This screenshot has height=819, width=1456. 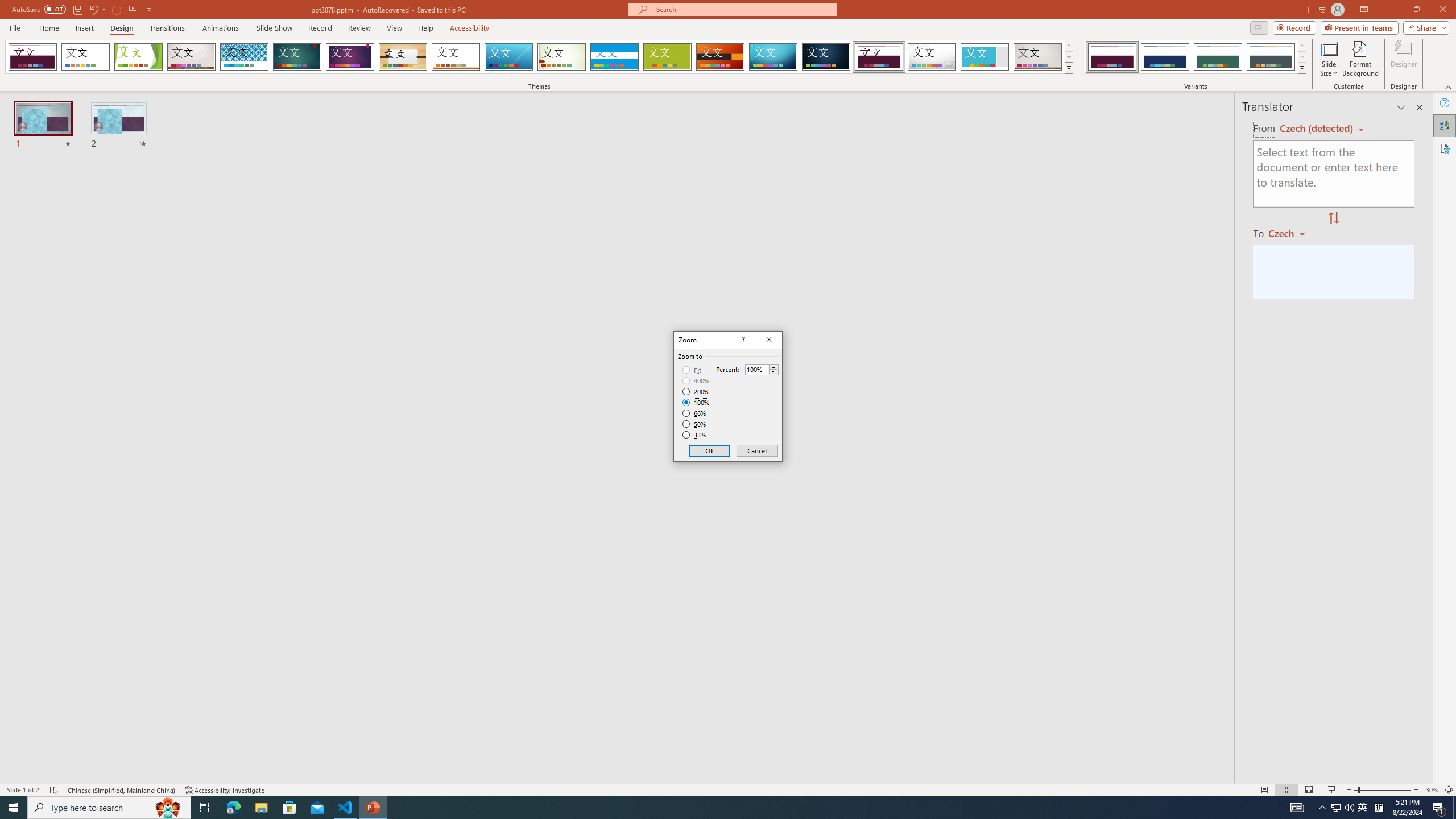 I want to click on 'Action Center, 1 new notification', so click(x=1439, y=806).